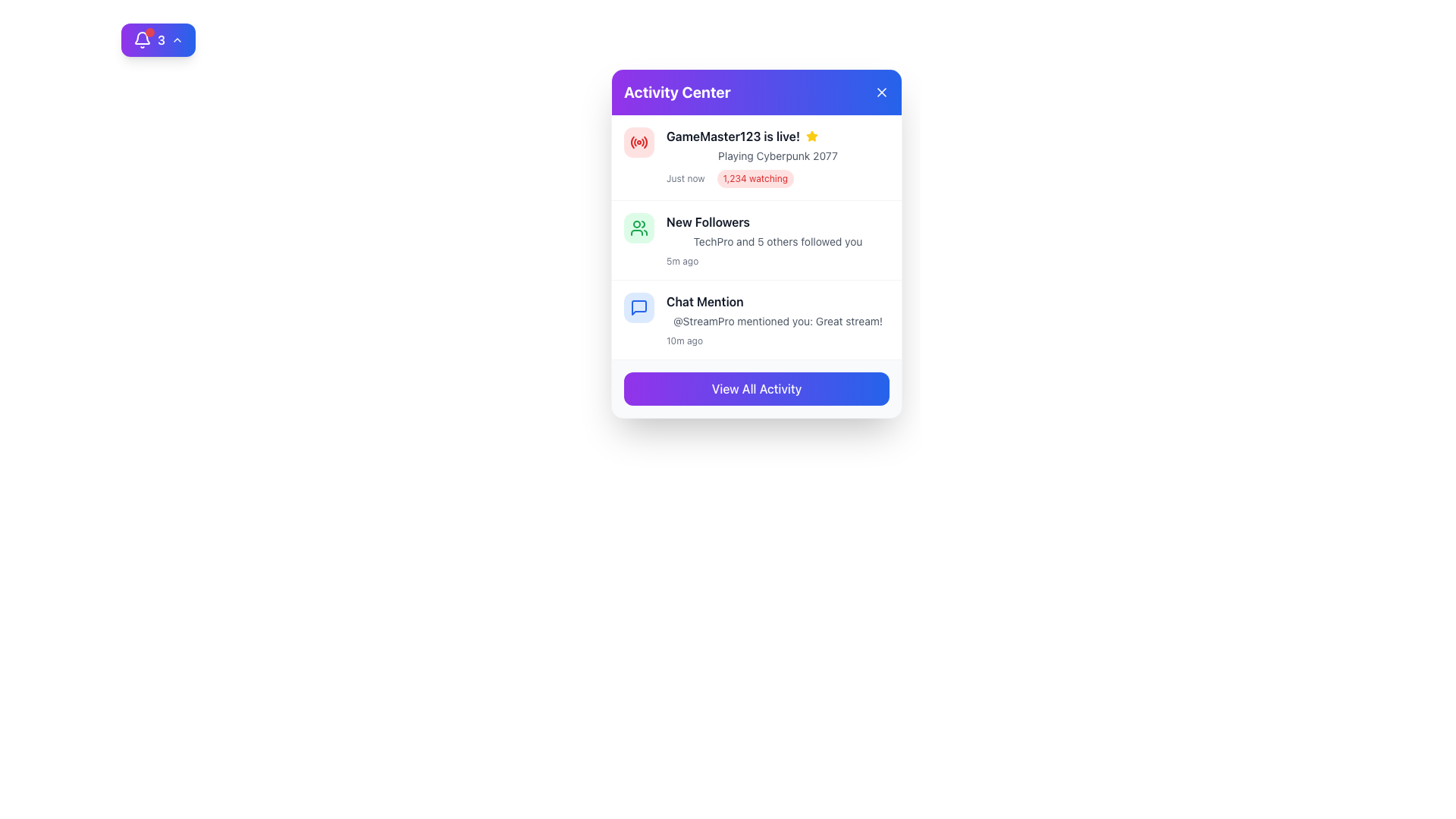  Describe the element at coordinates (708, 222) in the screenshot. I see `the 'New Followers' text label displayed in bold within the notification card in the Activity Center` at that location.